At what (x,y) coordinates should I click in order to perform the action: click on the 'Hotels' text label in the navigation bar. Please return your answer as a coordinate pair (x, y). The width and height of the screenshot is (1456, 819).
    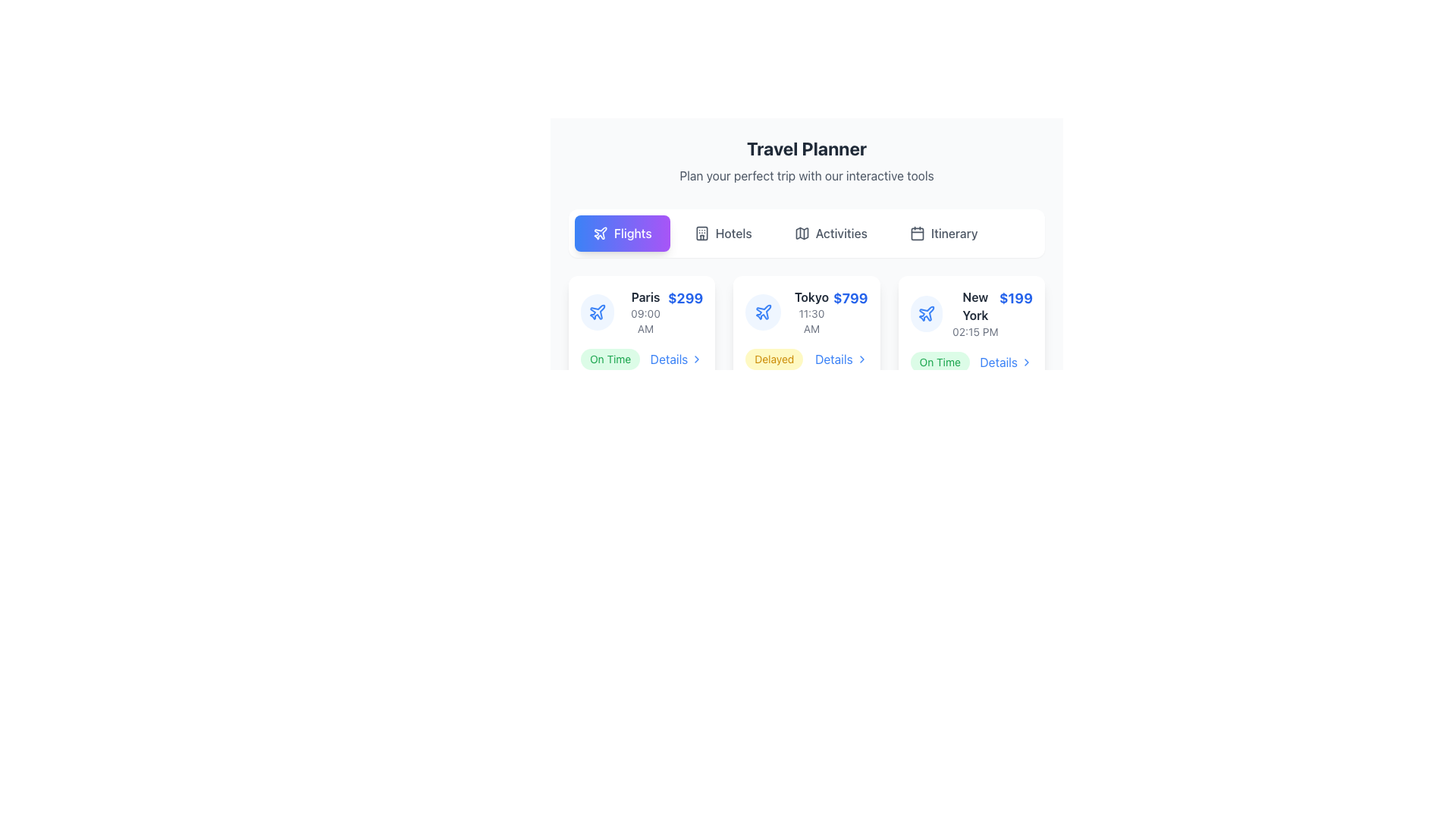
    Looking at the image, I should click on (733, 234).